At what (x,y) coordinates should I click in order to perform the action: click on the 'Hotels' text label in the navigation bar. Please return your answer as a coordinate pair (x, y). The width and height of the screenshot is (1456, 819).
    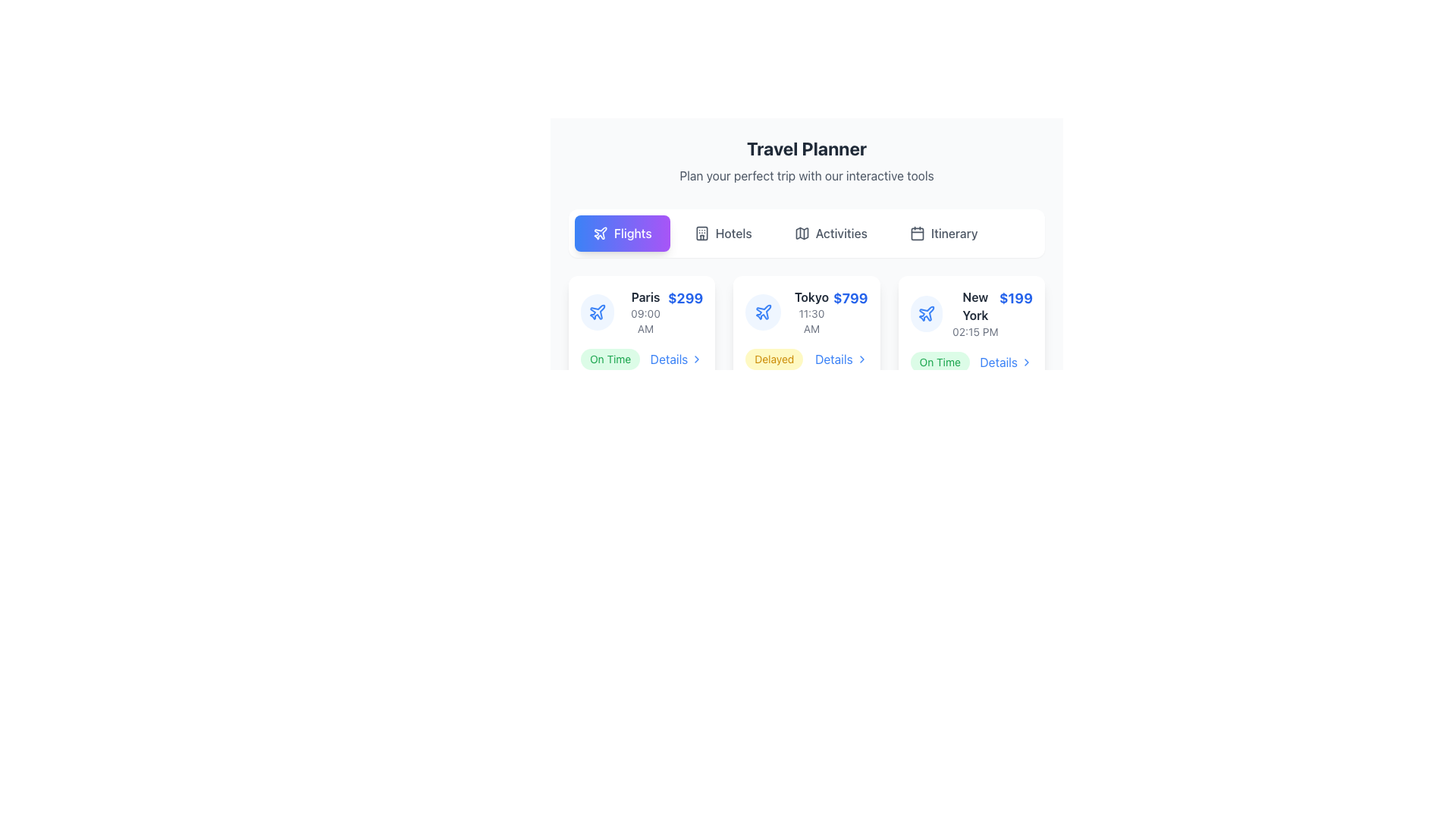
    Looking at the image, I should click on (733, 234).